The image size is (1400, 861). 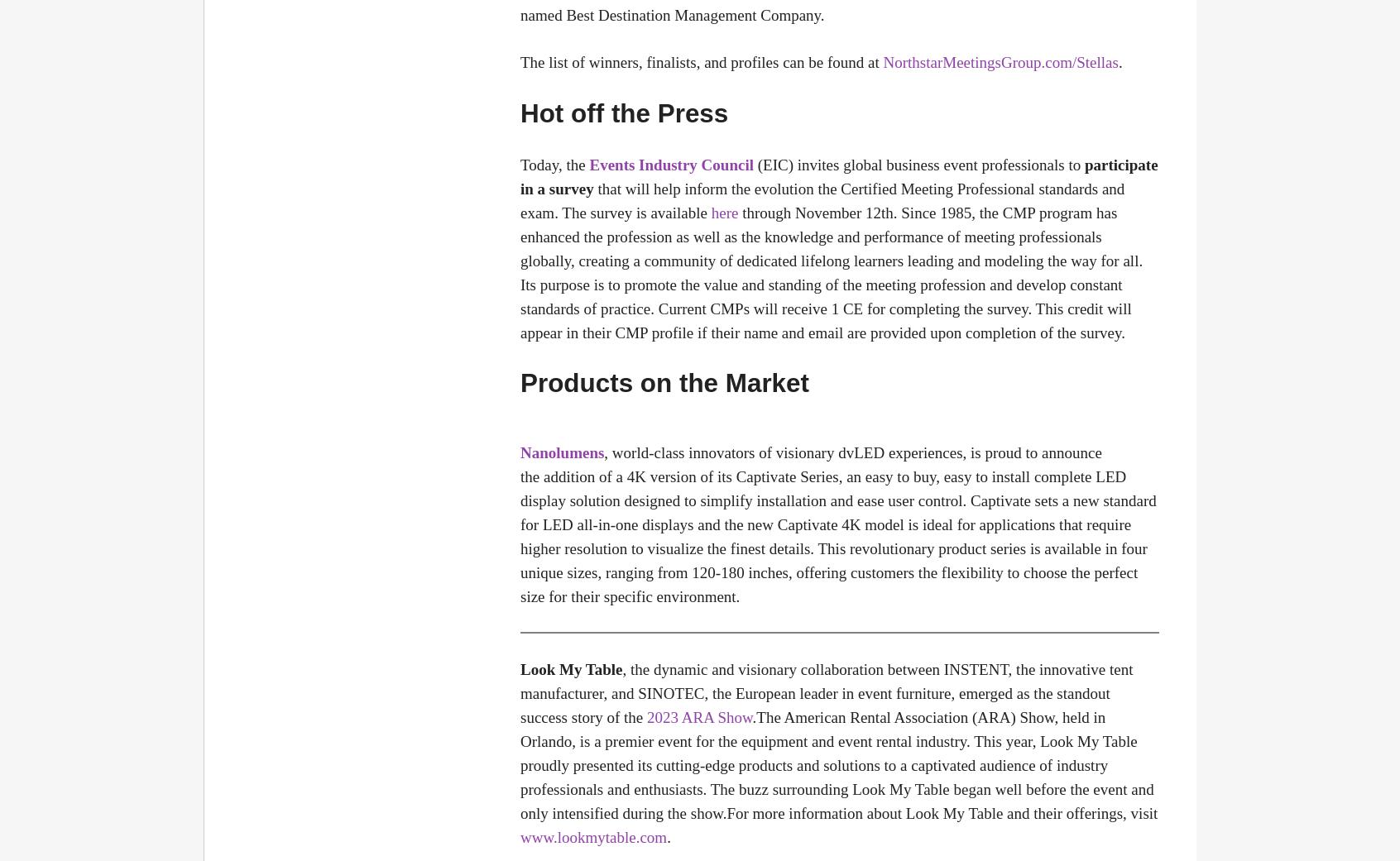 I want to click on 'The list of winners, finalists, and profiles can be found at', so click(x=701, y=61).